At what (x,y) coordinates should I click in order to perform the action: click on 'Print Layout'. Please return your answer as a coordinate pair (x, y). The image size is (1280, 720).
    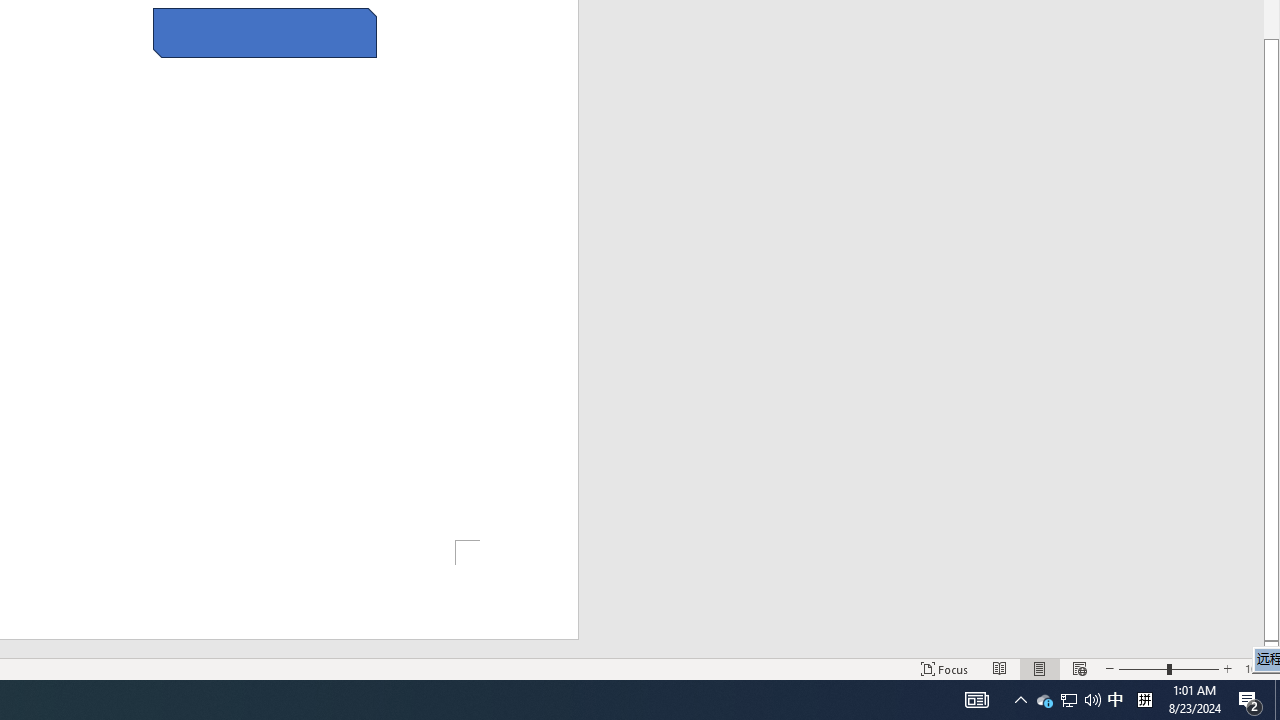
    Looking at the image, I should click on (1040, 669).